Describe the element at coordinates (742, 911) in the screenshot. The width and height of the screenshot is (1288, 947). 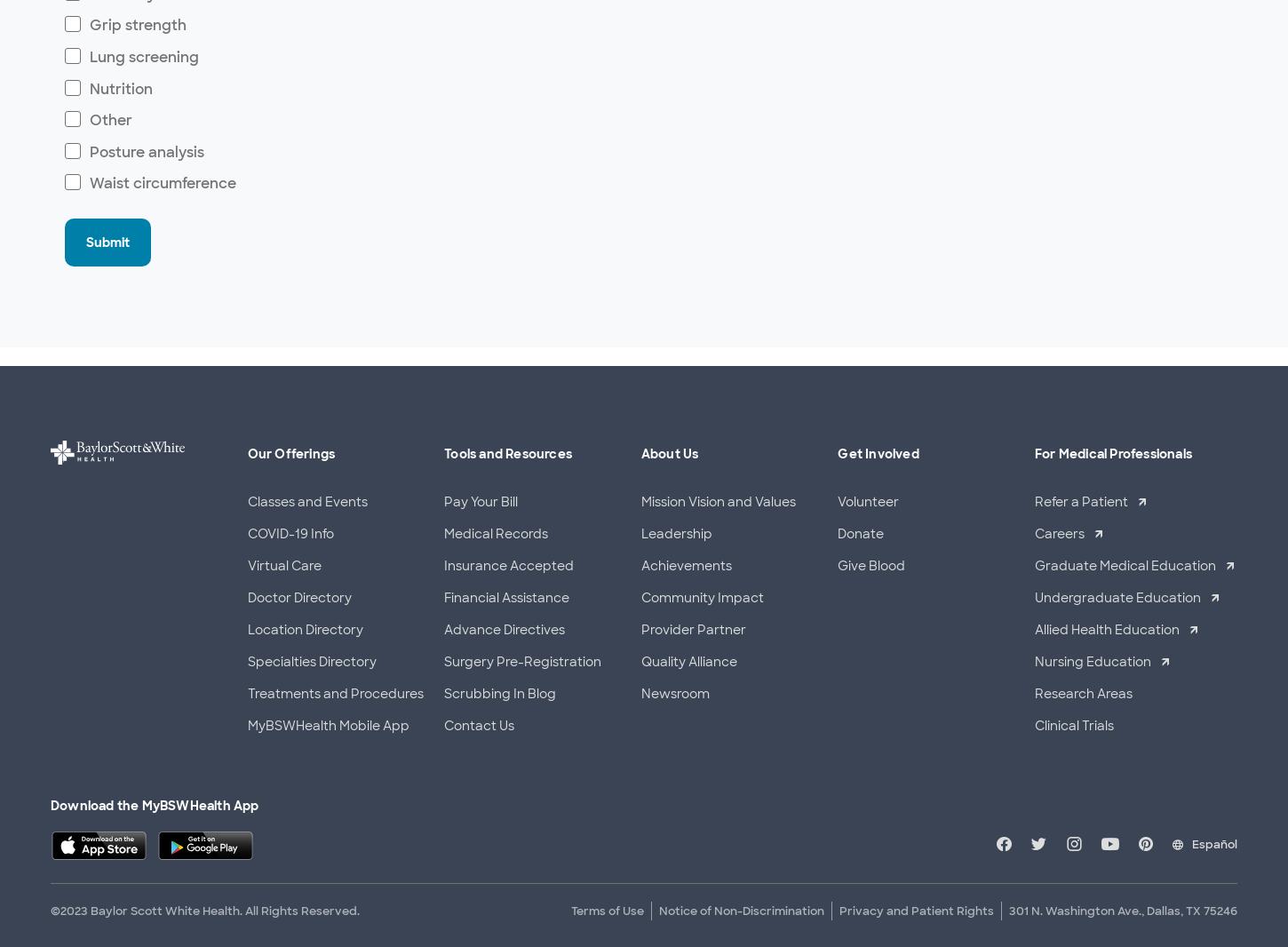
I see `'Notice of Non-Discrimination'` at that location.